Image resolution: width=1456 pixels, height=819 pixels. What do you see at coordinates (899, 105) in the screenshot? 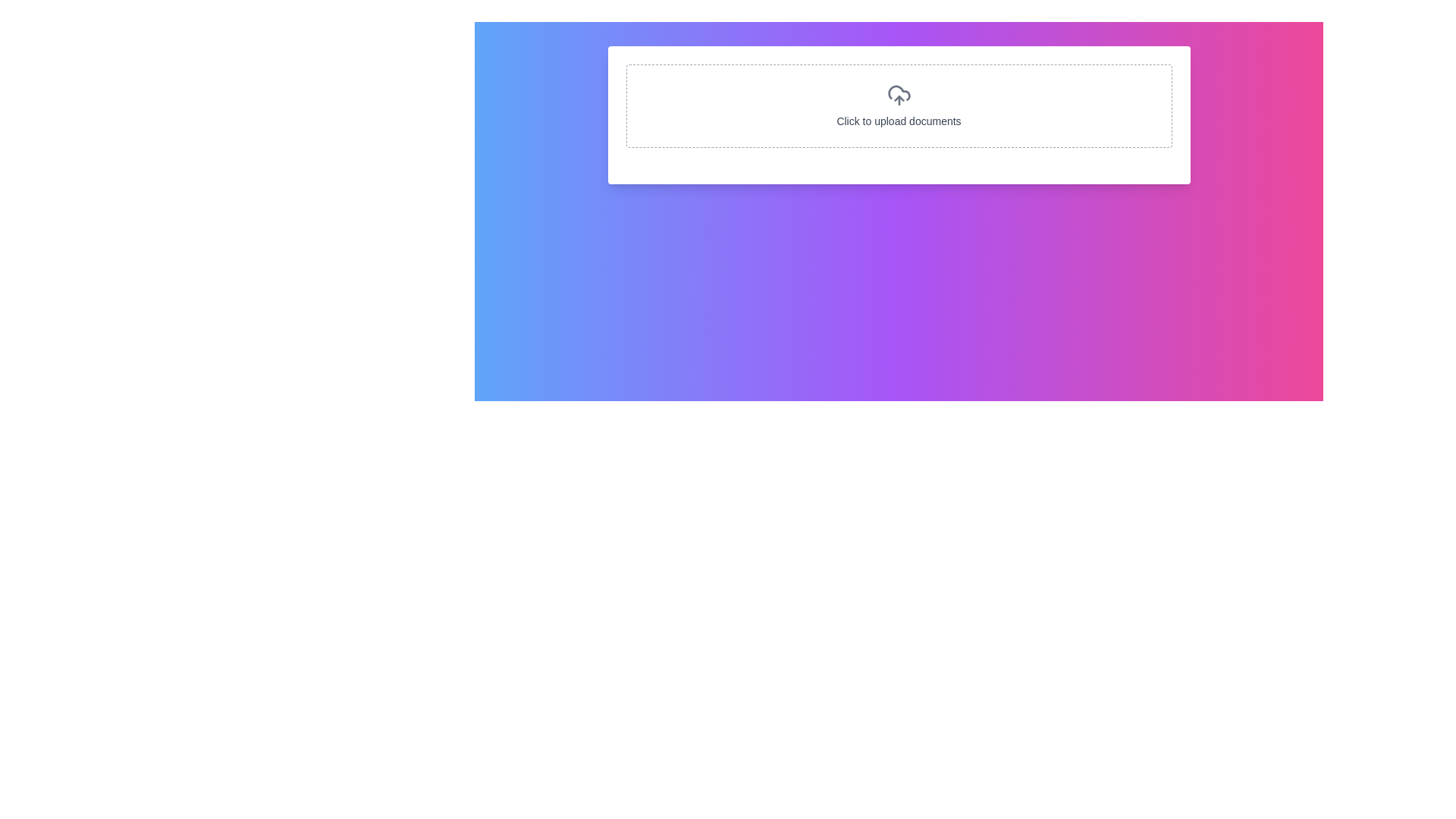
I see `the clickable area labeled 'Click to upload documents' which features a dashed border and an upload icon` at bounding box center [899, 105].